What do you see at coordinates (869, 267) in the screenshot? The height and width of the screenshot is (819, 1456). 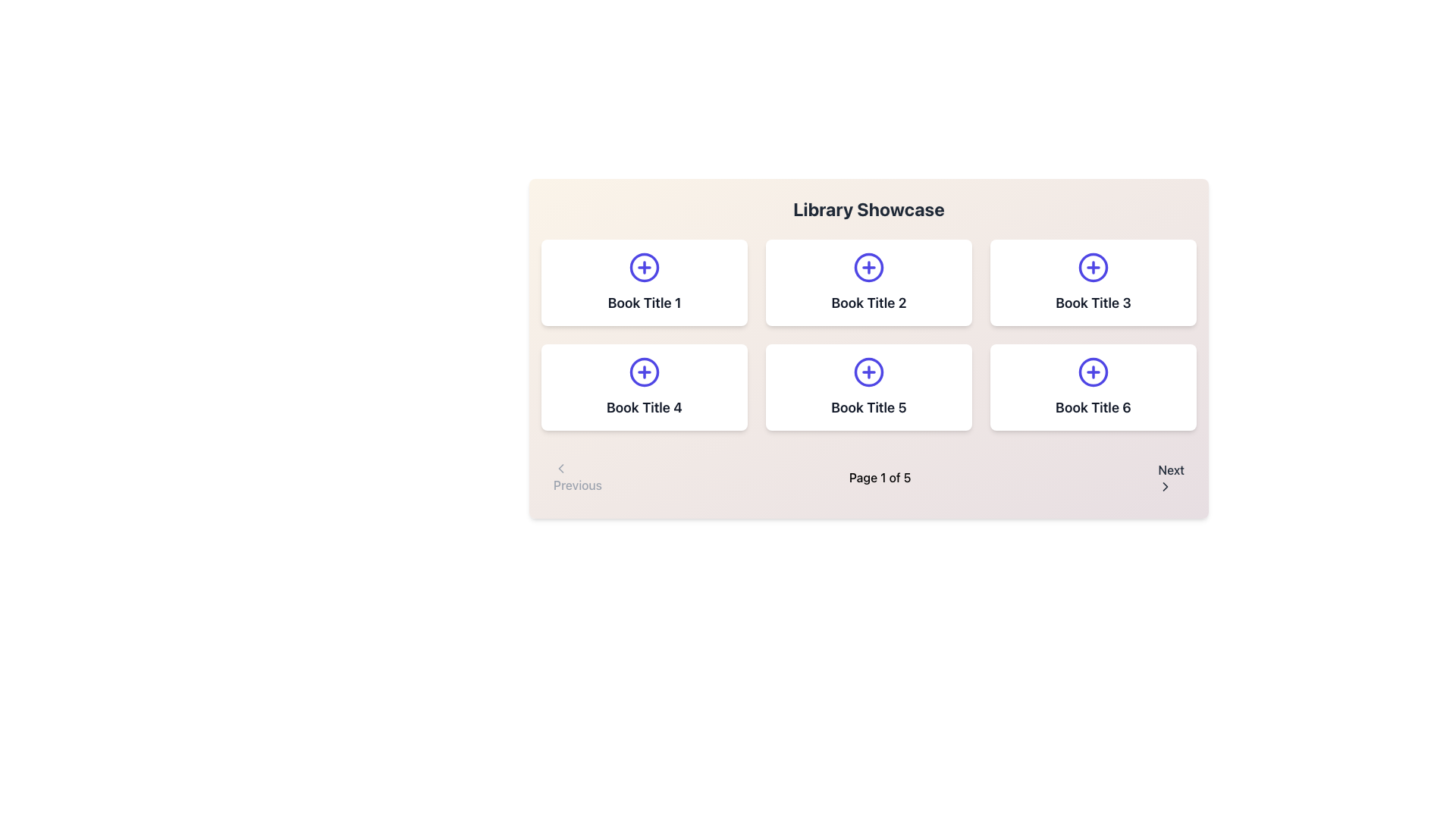 I see `the circular interactive icon with a '+' symbol located in the second card labeled 'Book Title 2' under the 'Library Showcase' heading` at bounding box center [869, 267].